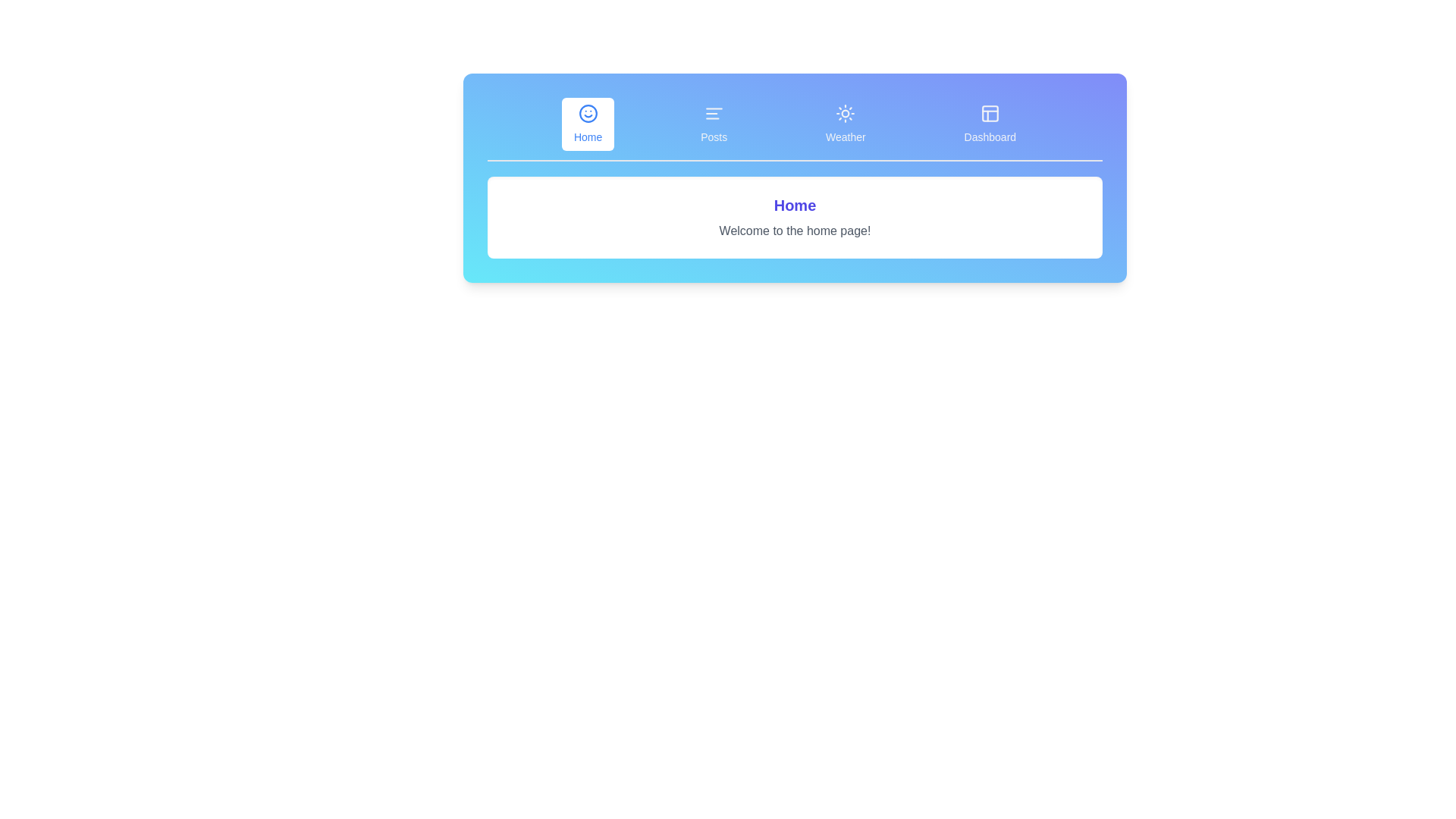 The width and height of the screenshot is (1456, 819). Describe the element at coordinates (845, 124) in the screenshot. I see `the tab labeled Weather` at that location.